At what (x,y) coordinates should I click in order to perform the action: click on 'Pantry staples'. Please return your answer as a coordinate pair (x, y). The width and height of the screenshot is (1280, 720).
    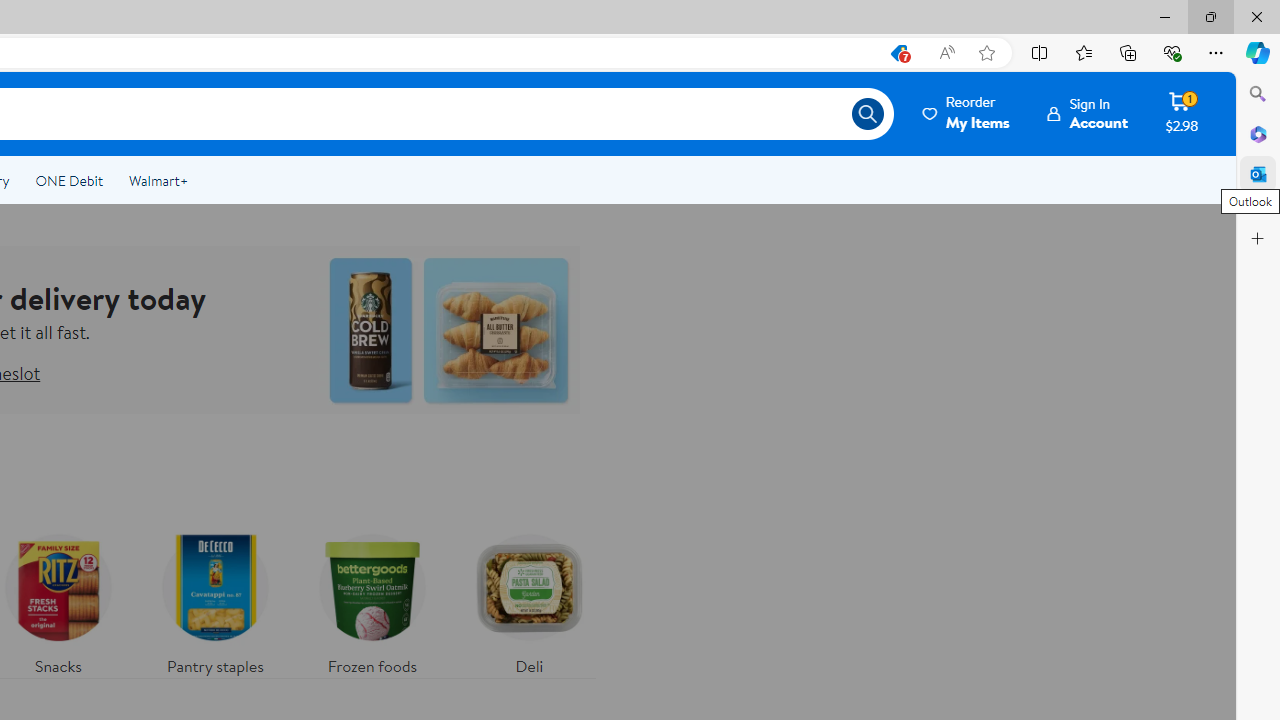
    Looking at the image, I should click on (215, 598).